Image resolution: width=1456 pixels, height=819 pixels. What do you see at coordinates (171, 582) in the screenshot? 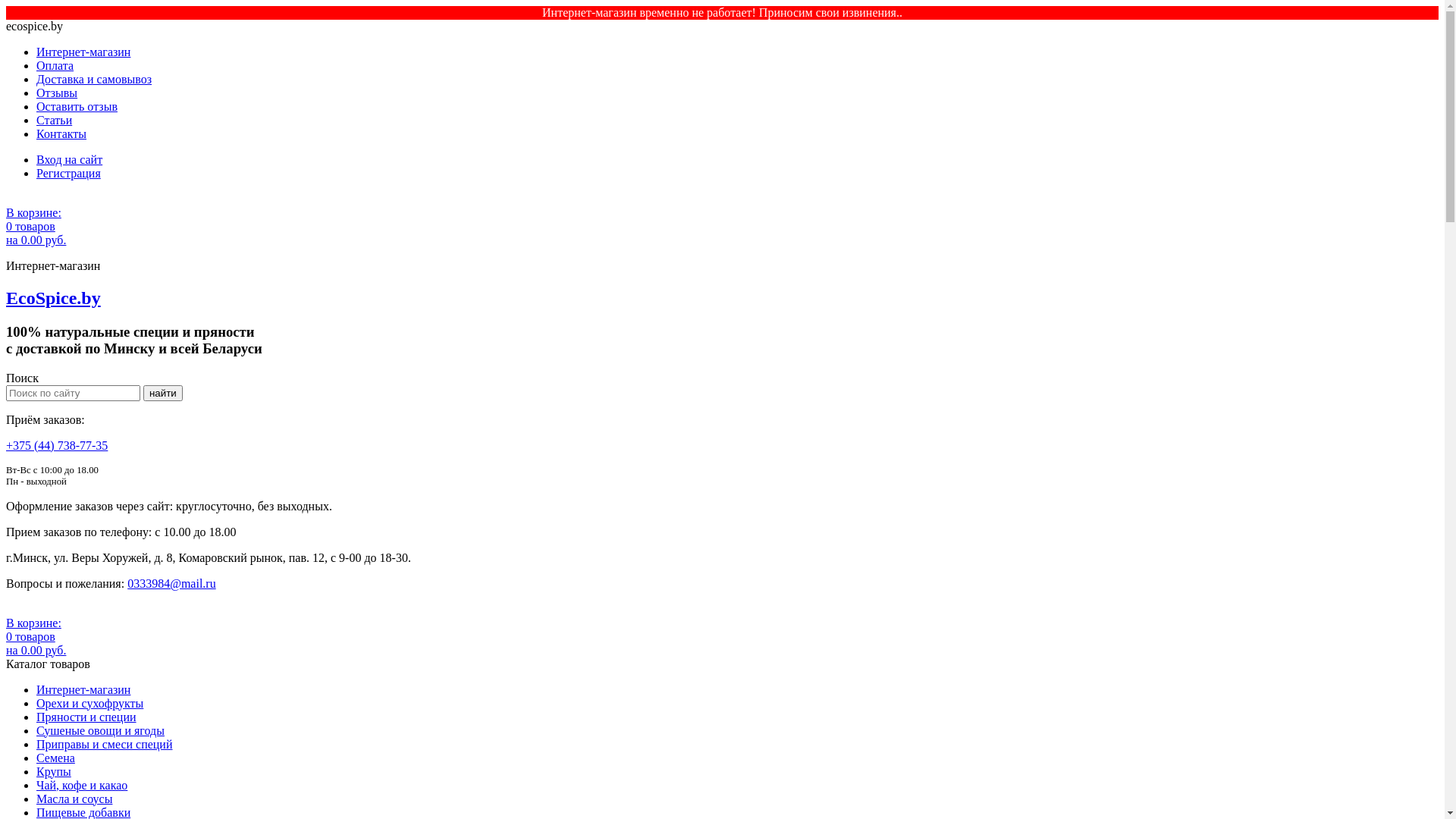
I see `'0333984@mail.ru'` at bounding box center [171, 582].